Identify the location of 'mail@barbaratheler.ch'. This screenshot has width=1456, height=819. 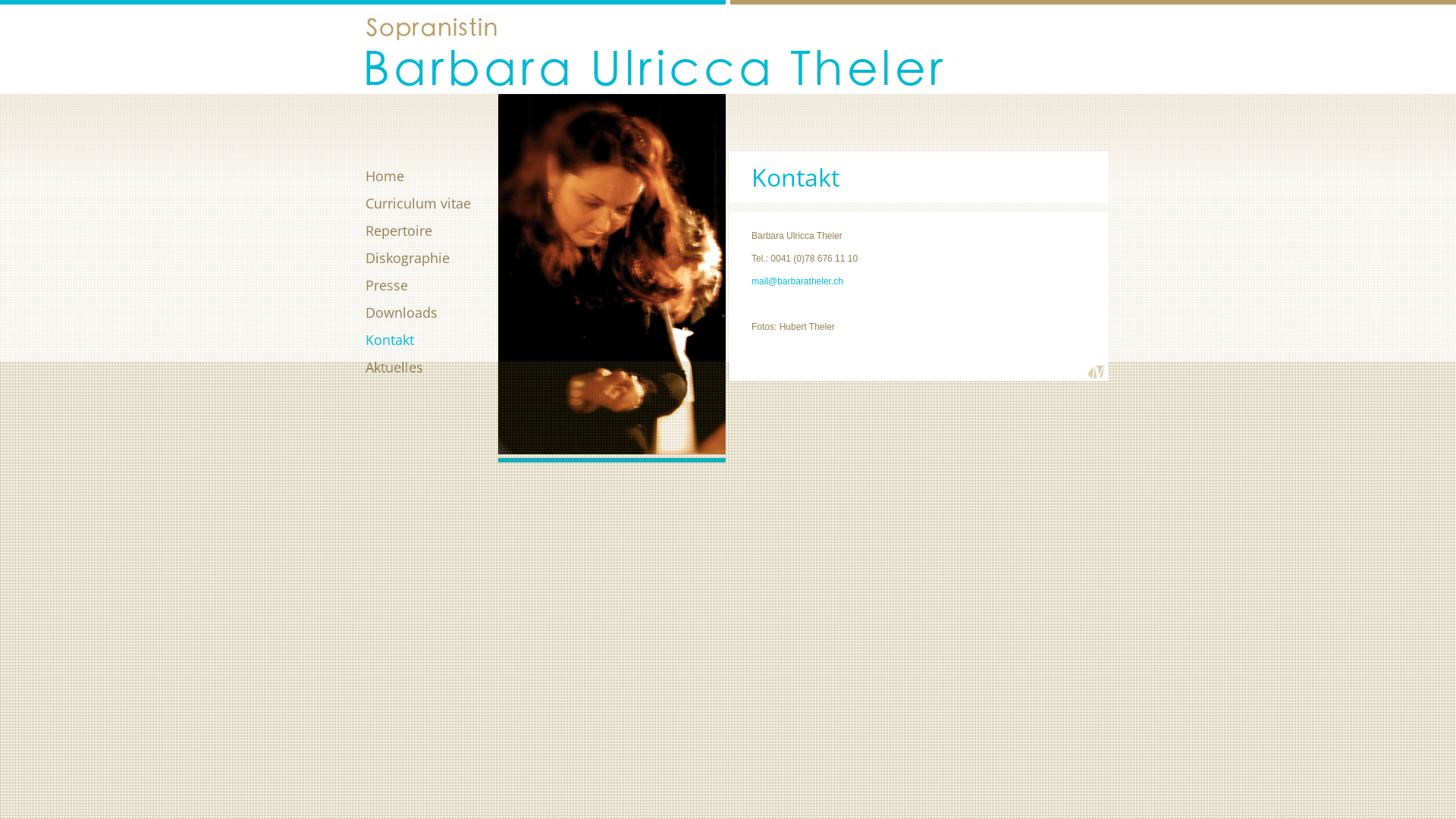
(751, 281).